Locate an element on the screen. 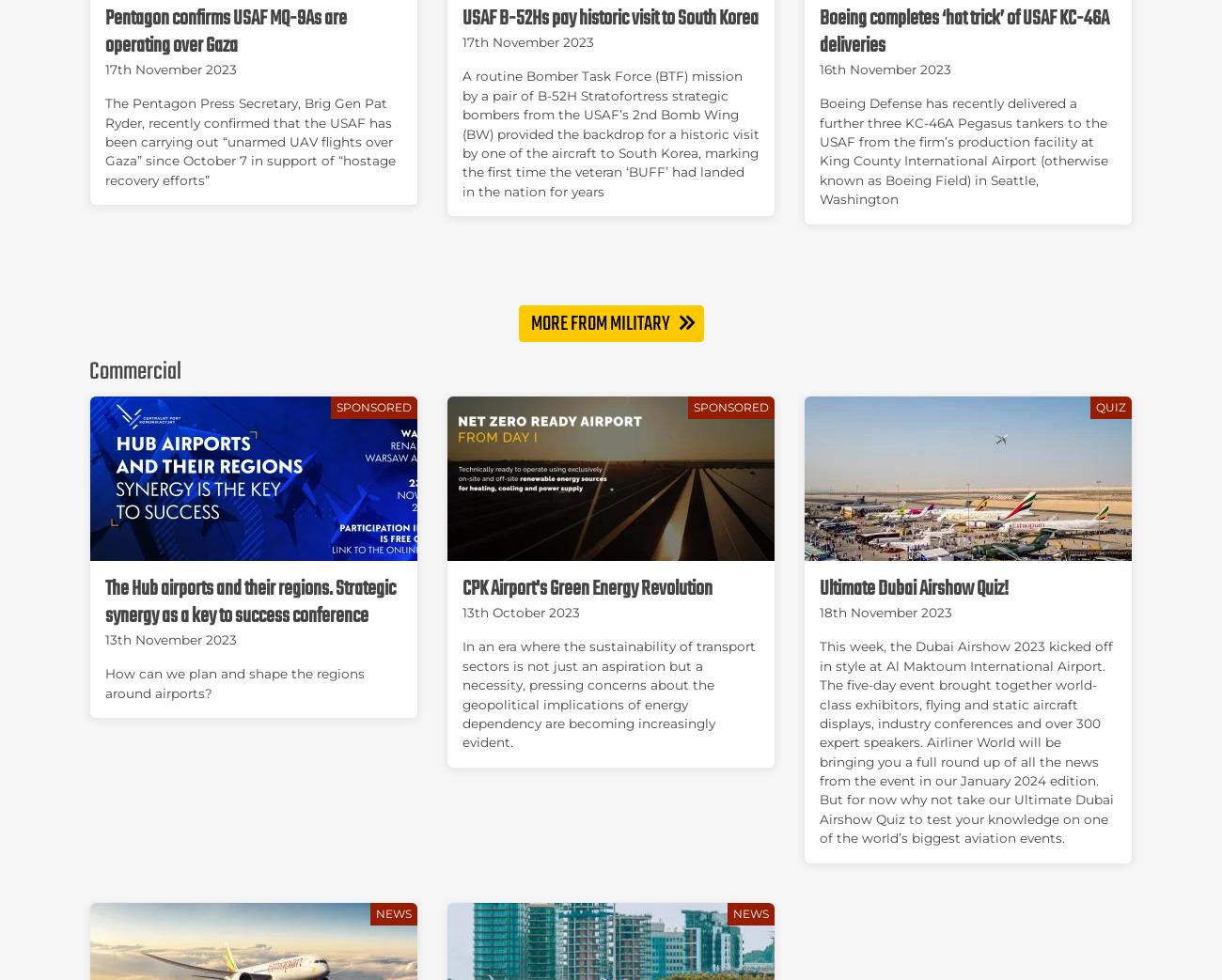  '16th November 2023' is located at coordinates (818, 68).